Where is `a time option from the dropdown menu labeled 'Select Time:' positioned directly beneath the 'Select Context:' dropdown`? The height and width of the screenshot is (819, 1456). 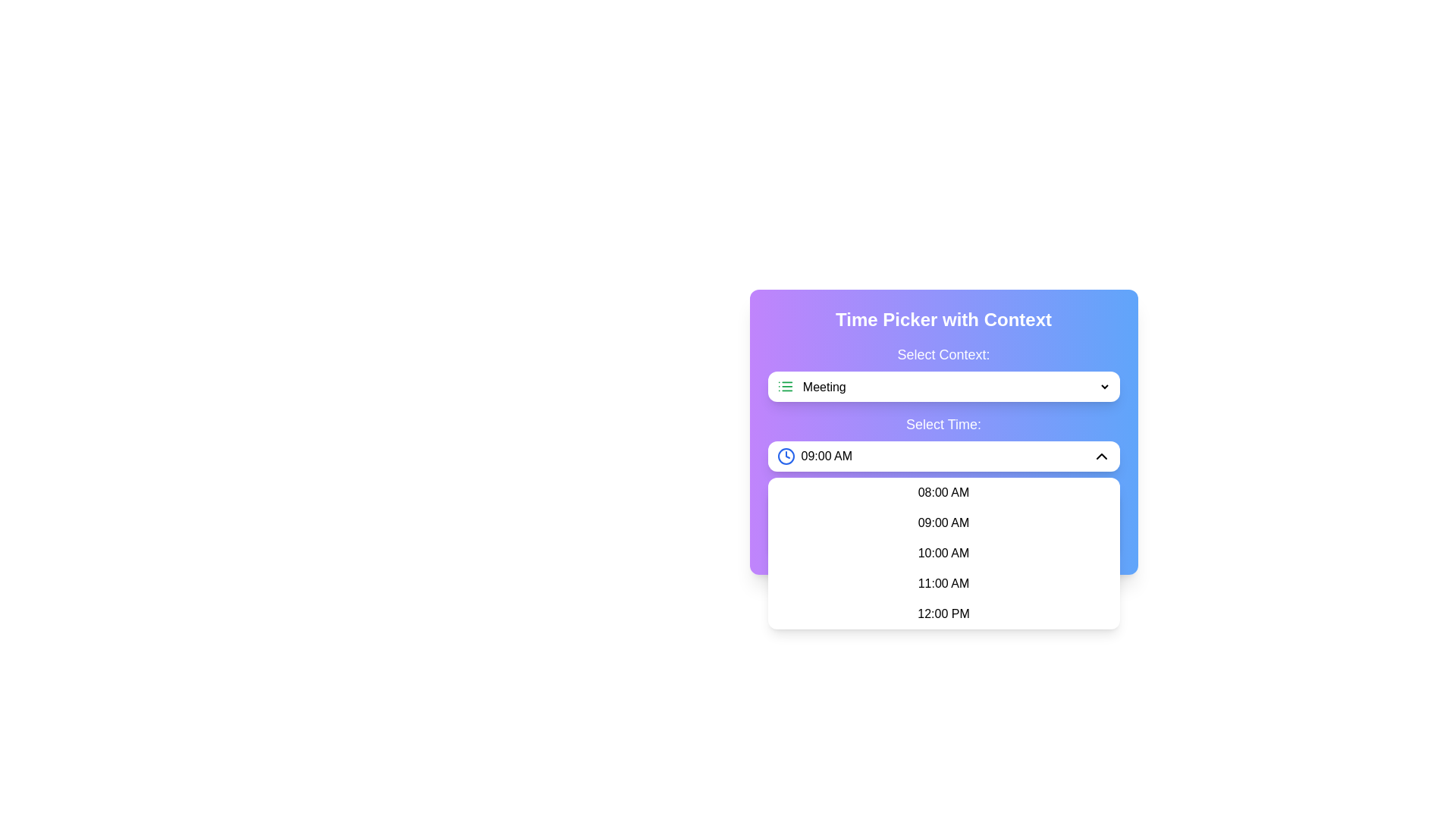 a time option from the dropdown menu labeled 'Select Time:' positioned directly beneath the 'Select Context:' dropdown is located at coordinates (943, 442).